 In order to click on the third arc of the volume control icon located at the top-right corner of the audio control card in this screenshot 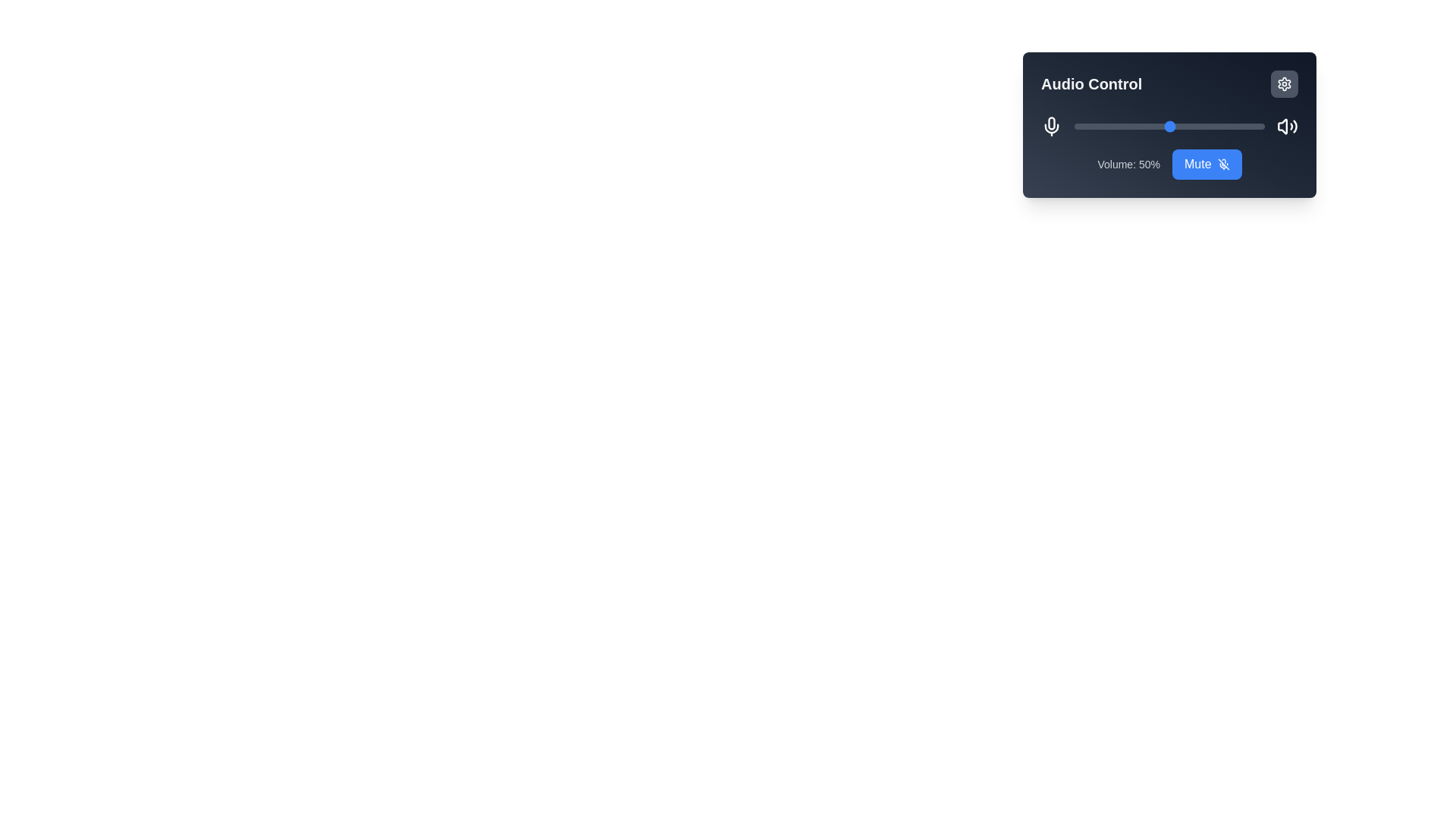, I will do `click(1294, 125)`.